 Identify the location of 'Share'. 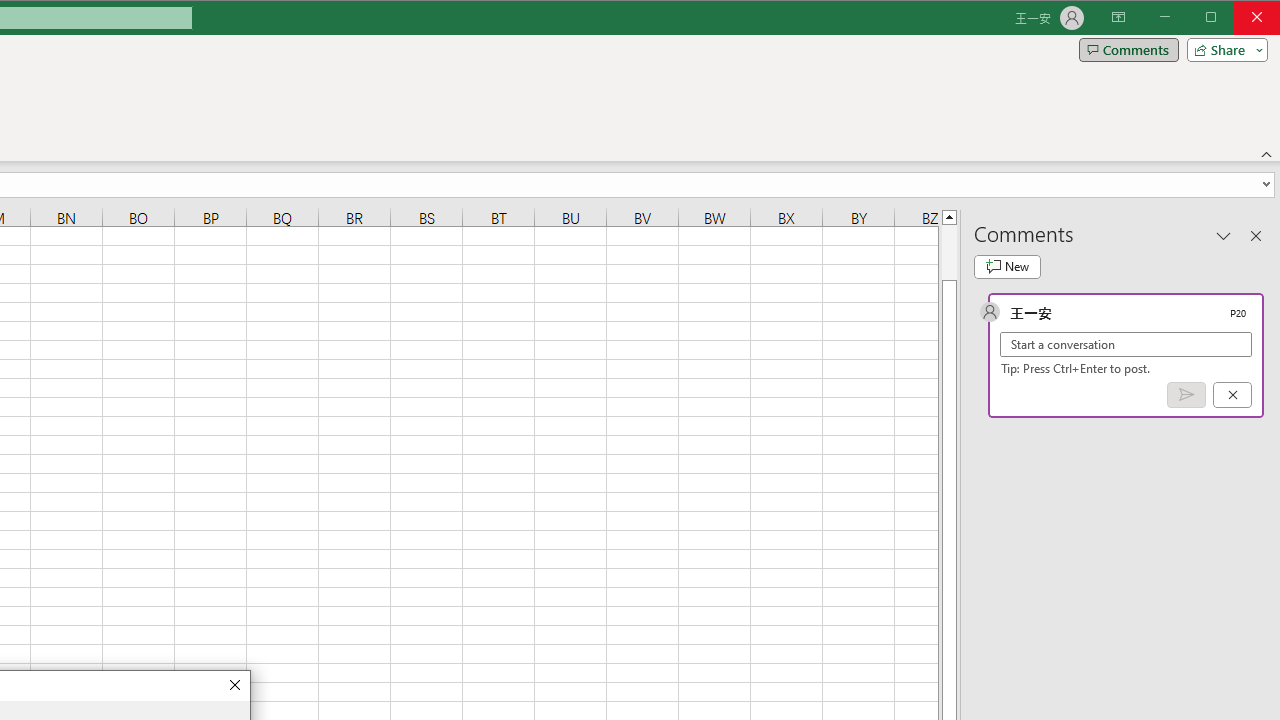
(1222, 49).